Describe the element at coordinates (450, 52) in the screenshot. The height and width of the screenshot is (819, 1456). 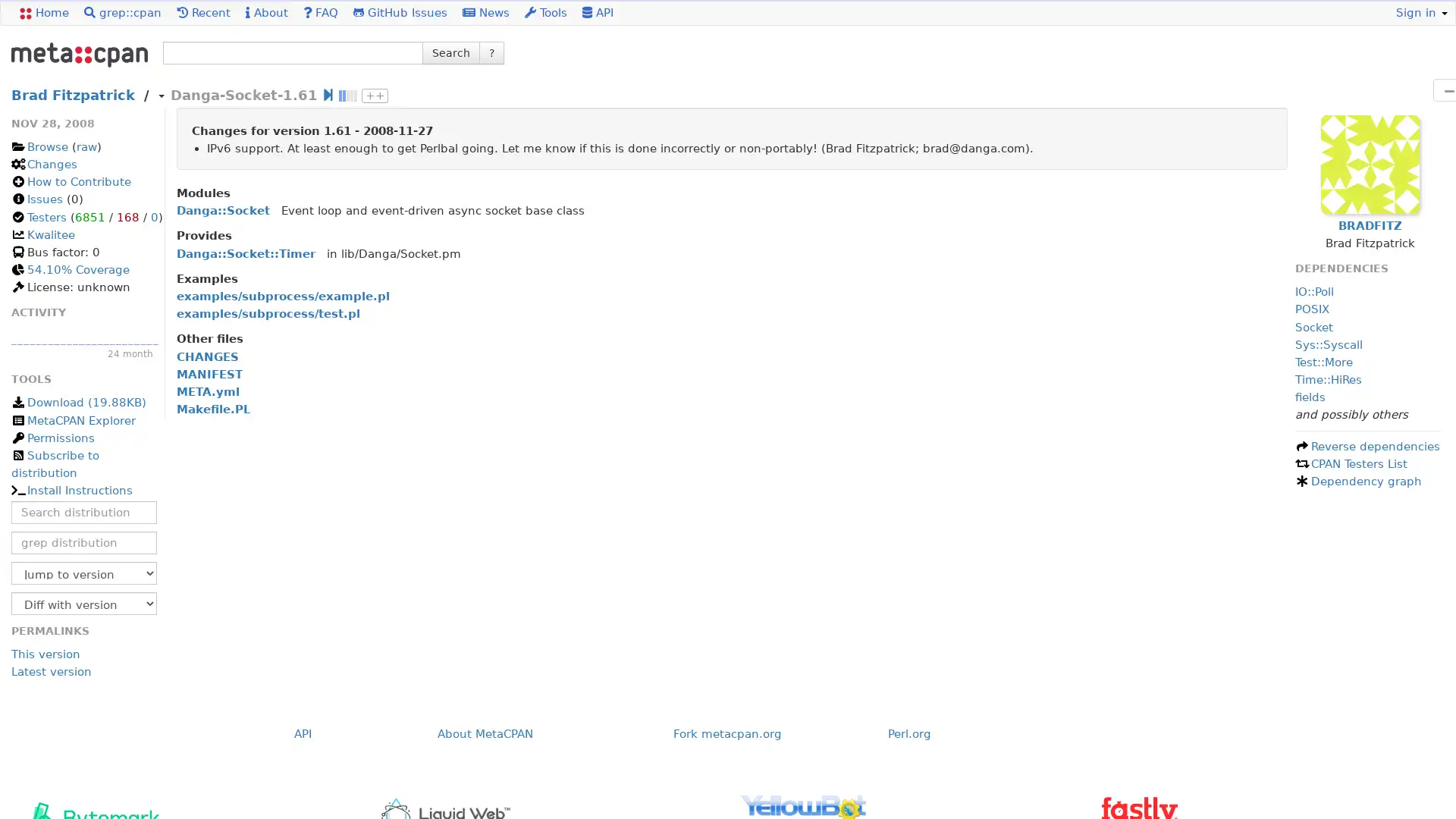
I see `Search` at that location.